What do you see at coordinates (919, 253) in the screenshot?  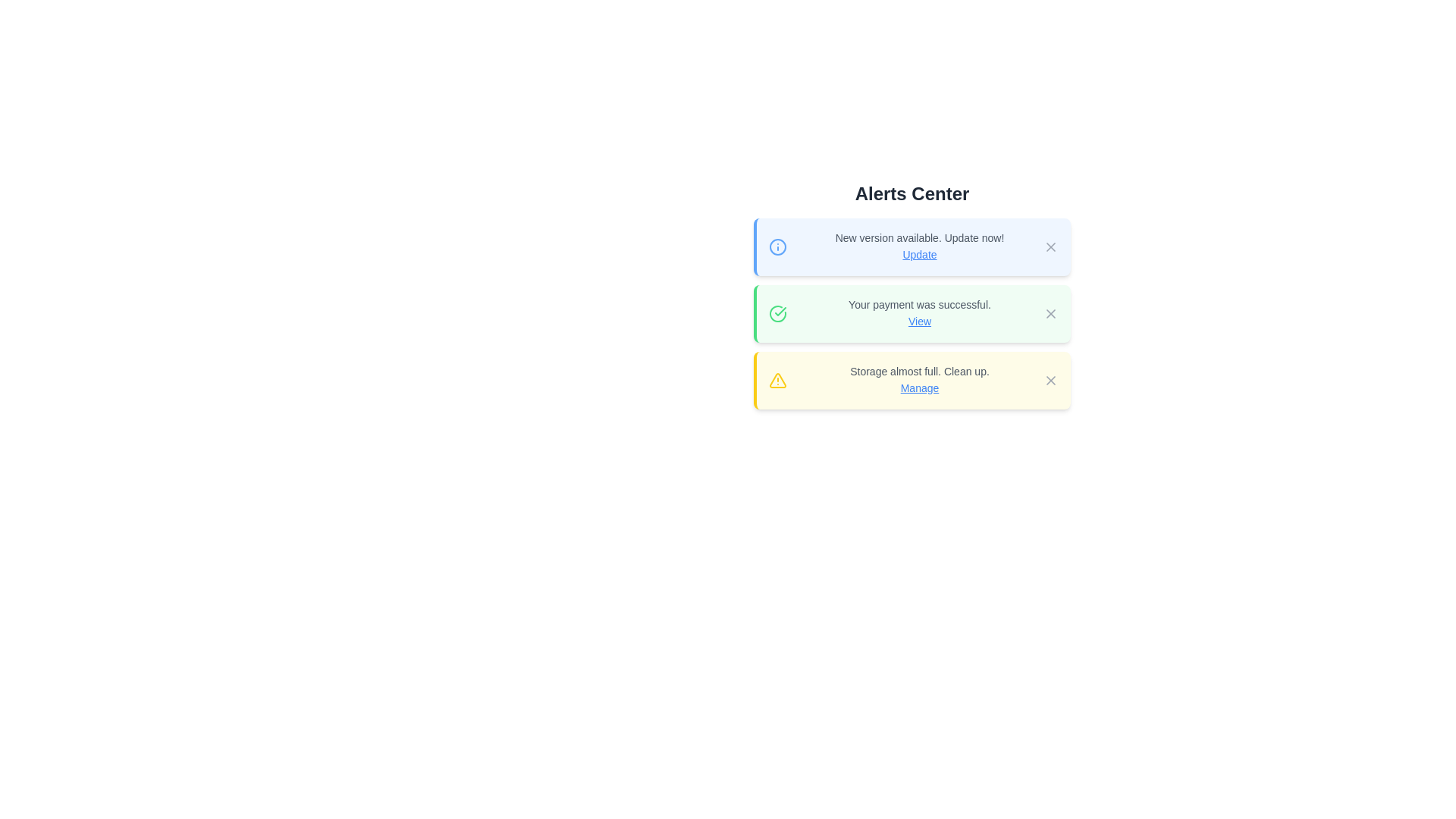 I see `the call-to-action link for updating, located in the first alert box under the 'Alerts Center' heading, aligned to the right of the message 'New version available. Update now!'` at bounding box center [919, 253].